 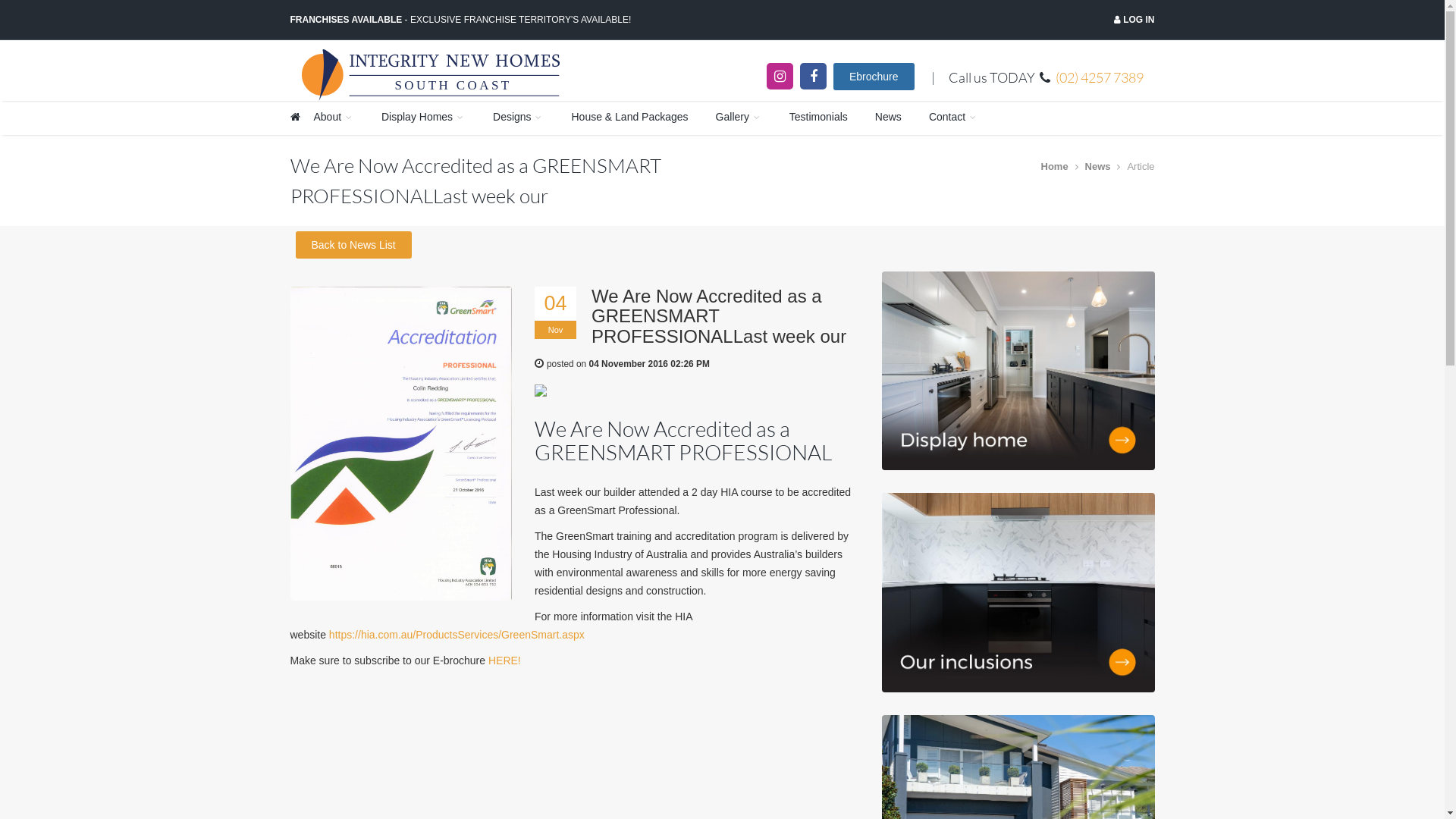 What do you see at coordinates (333, 117) in the screenshot?
I see `'About'` at bounding box center [333, 117].